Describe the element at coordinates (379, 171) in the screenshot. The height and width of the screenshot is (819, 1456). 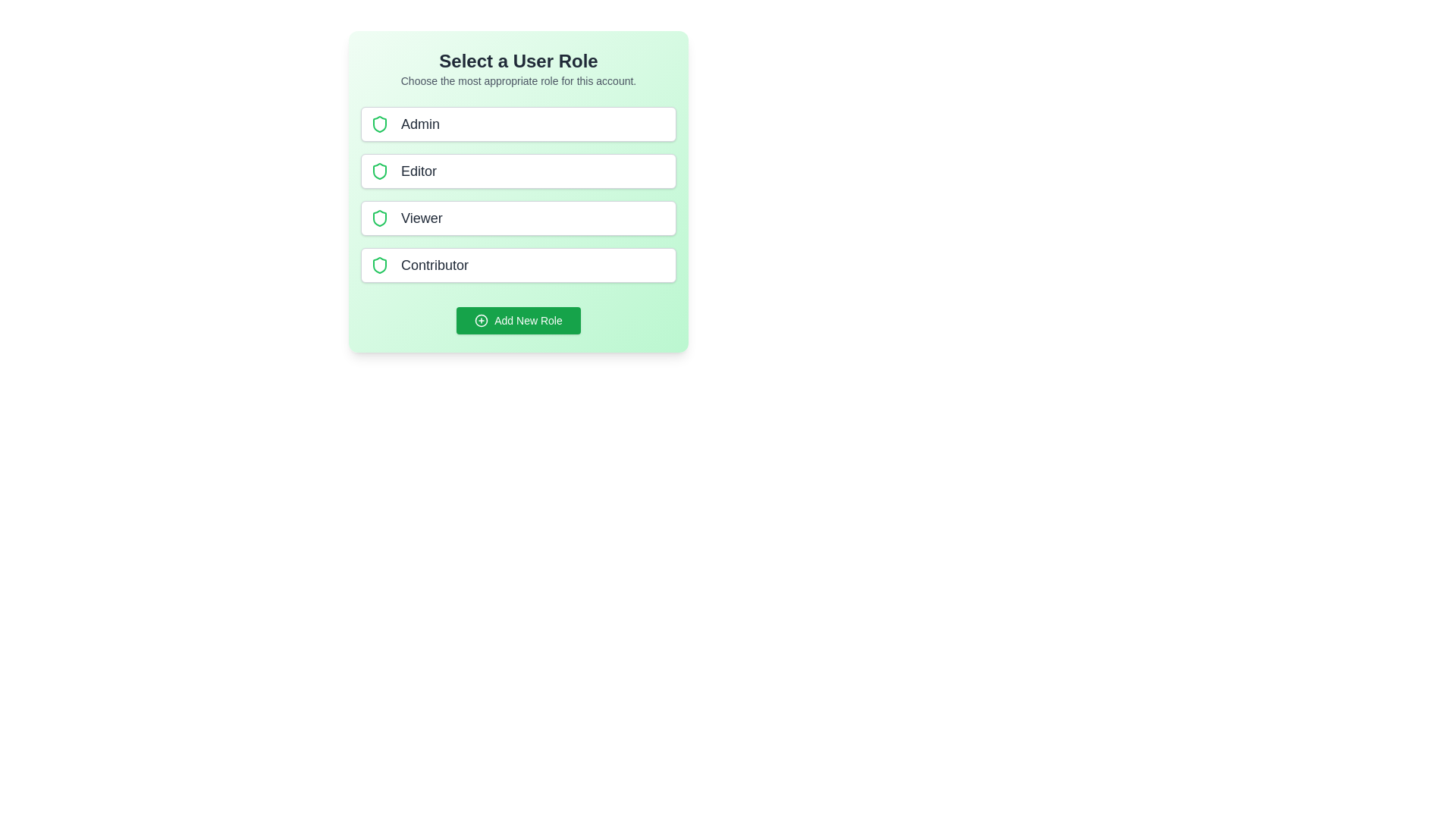
I see `the icon next to the role Editor for examination` at that location.